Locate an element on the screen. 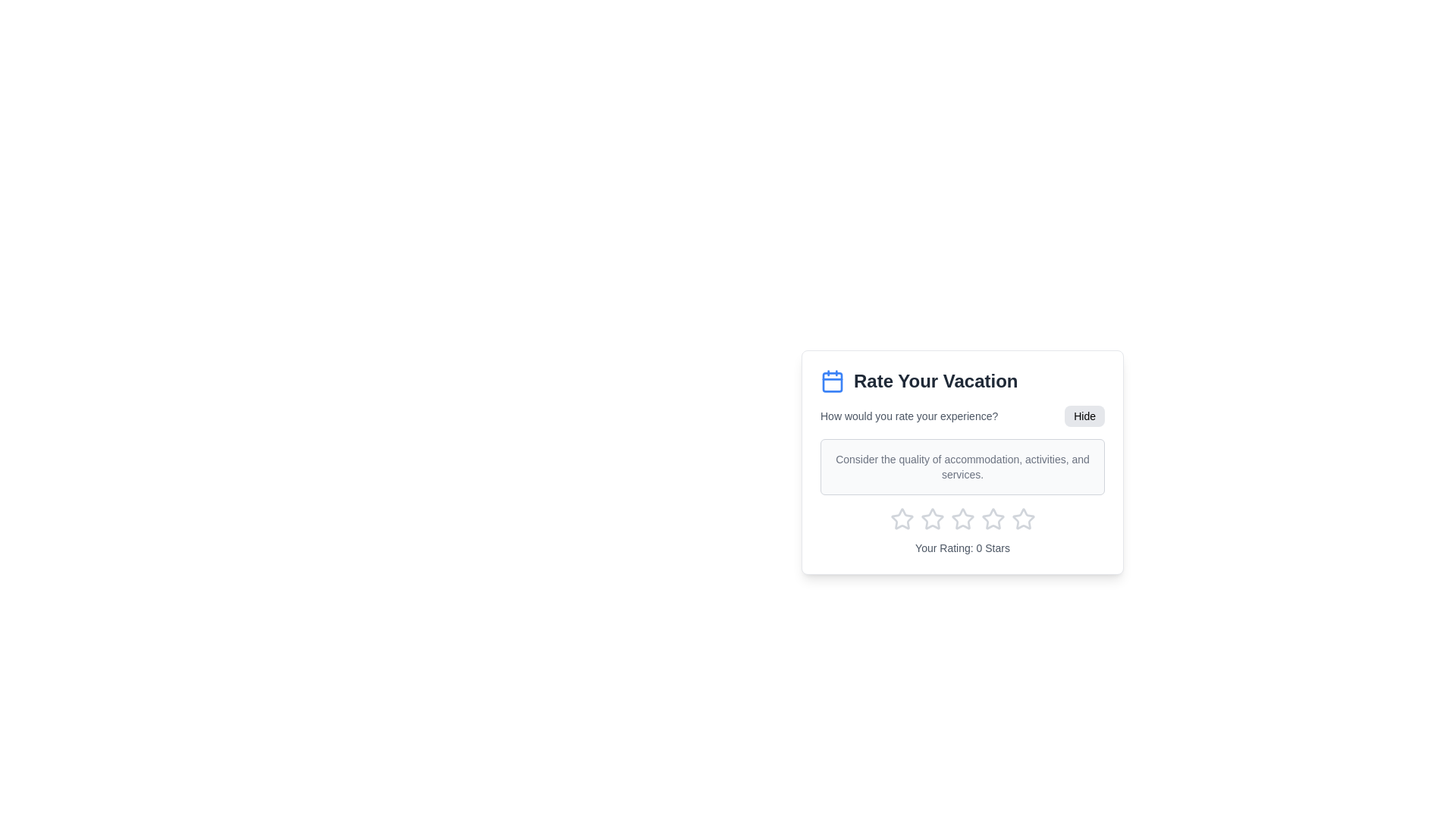 This screenshot has height=819, width=1456. the first star icon is located at coordinates (902, 519).